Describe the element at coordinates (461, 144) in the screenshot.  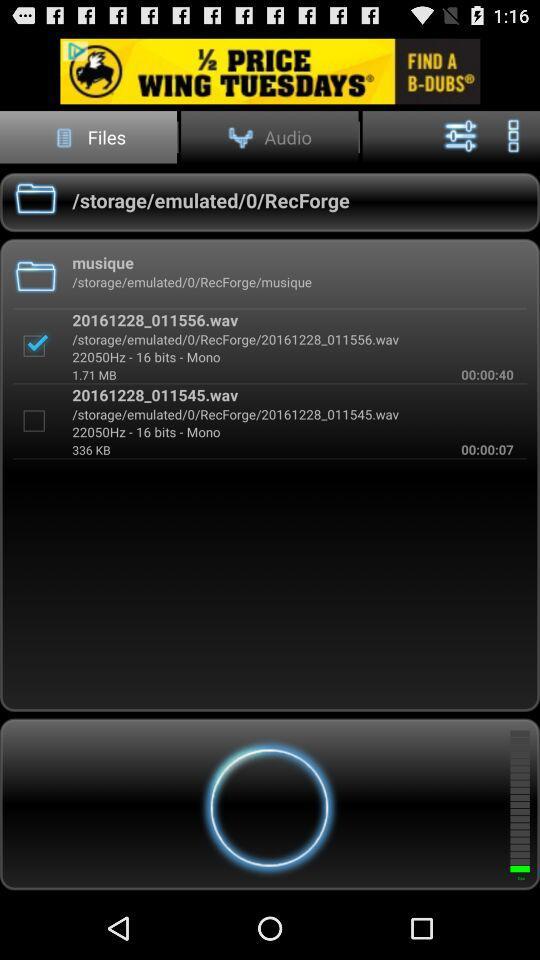
I see `the sliders icon` at that location.